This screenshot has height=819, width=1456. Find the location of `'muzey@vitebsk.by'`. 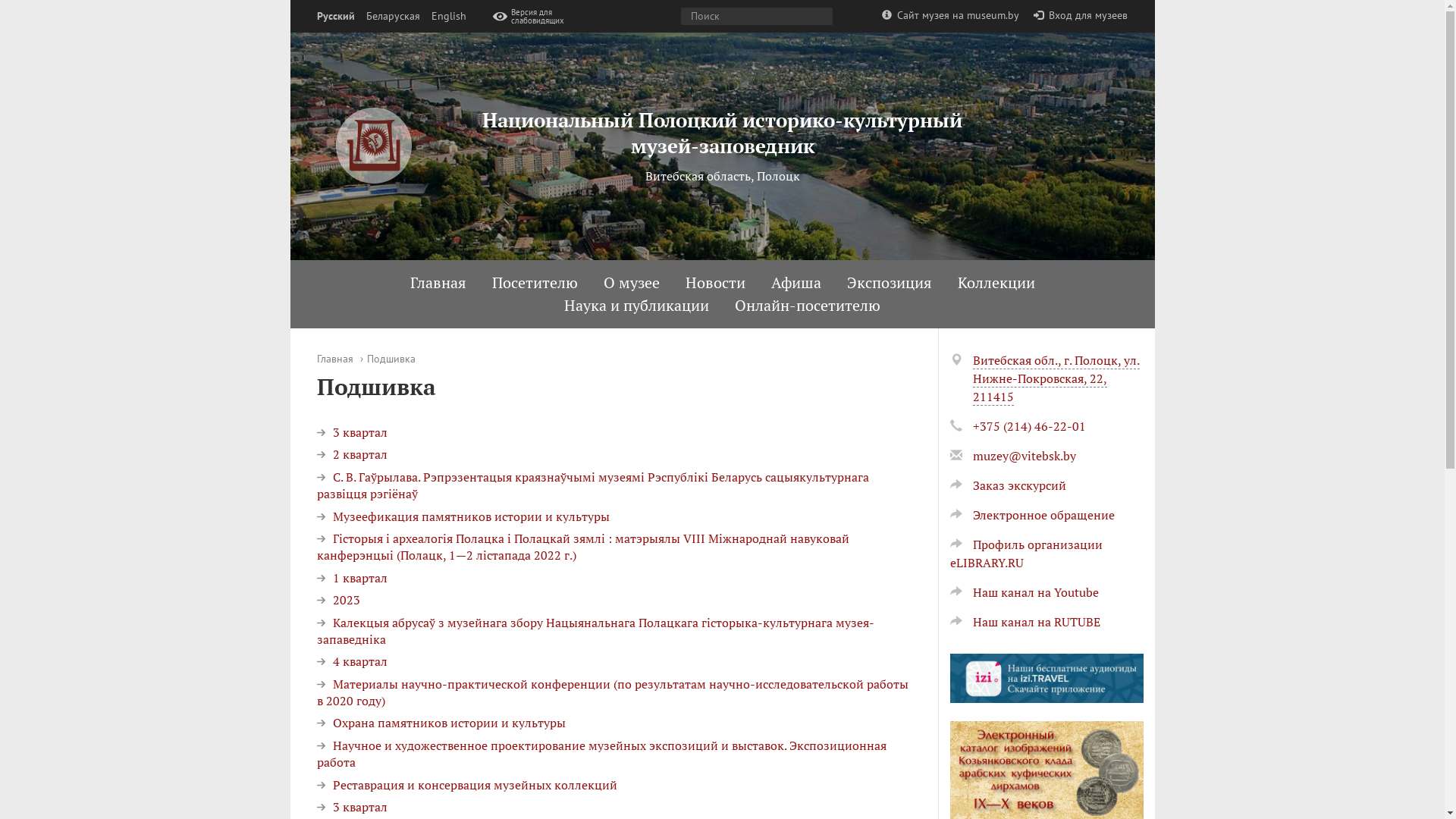

'muzey@vitebsk.by' is located at coordinates (1023, 455).